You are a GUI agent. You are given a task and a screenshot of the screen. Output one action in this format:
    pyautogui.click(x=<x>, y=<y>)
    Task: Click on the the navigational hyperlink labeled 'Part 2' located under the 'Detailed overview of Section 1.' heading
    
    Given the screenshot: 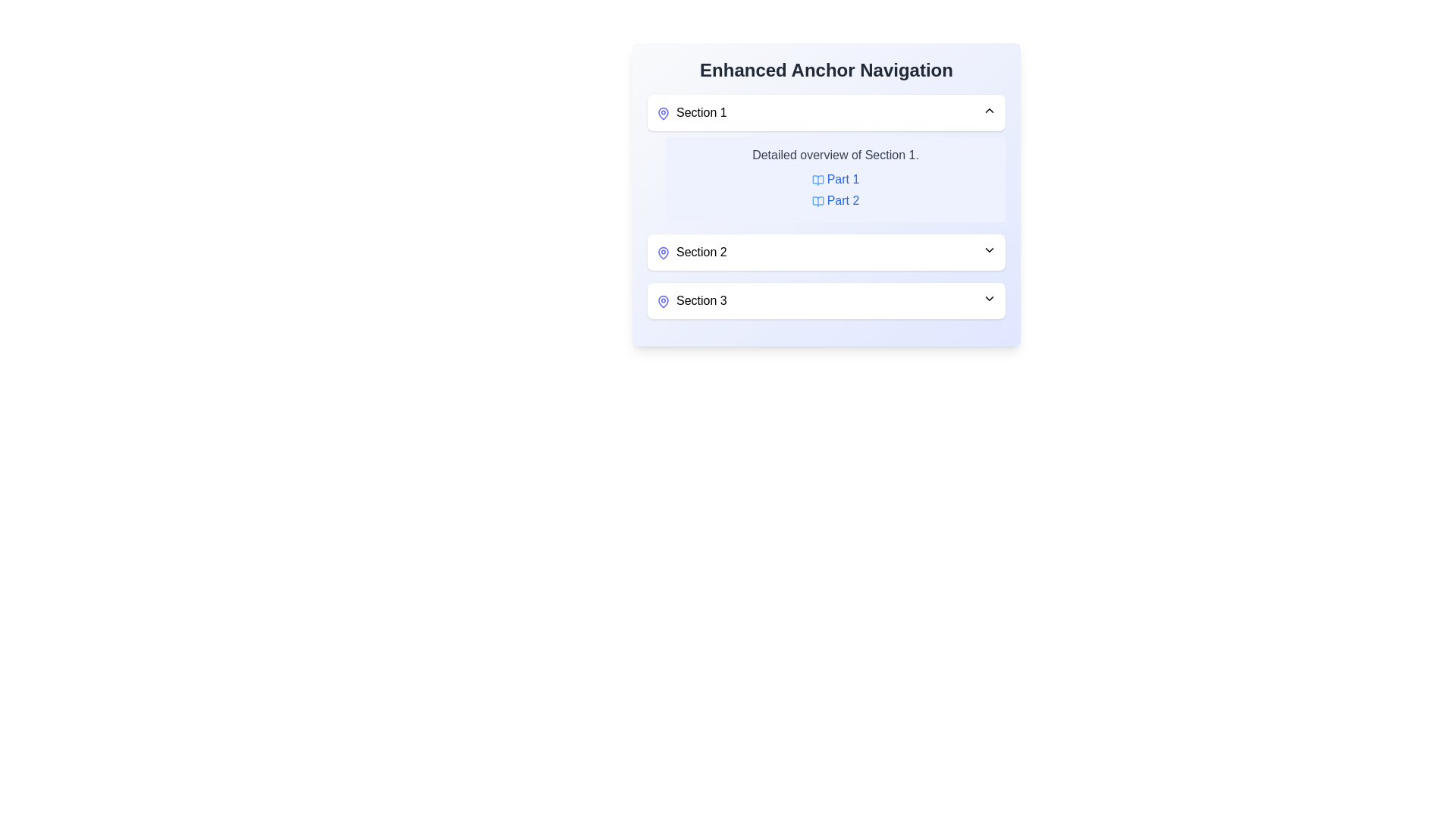 What is the action you would take?
    pyautogui.click(x=835, y=199)
    